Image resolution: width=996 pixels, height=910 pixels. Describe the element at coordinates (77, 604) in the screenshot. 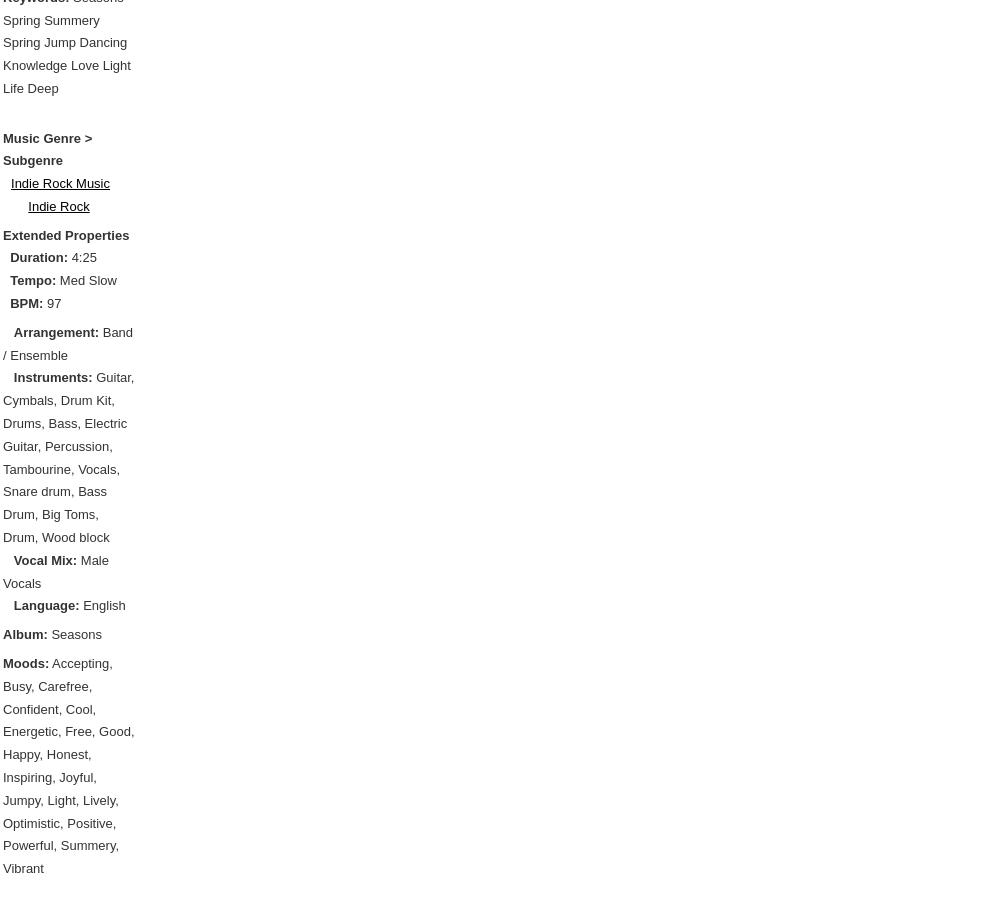

I see `'English'` at that location.